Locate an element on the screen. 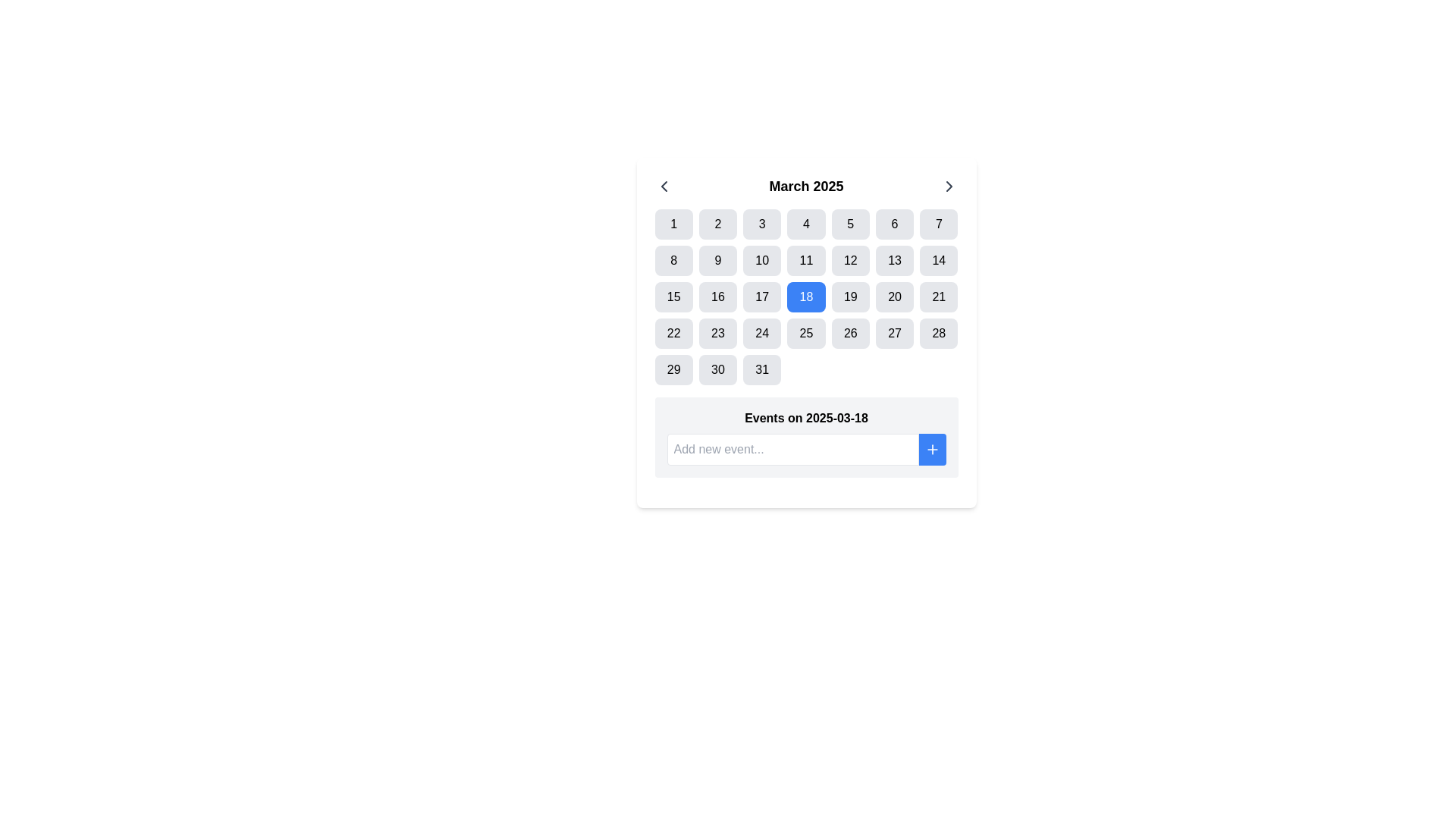  the square button with rounded corners displaying the number '20' in bold black font is located at coordinates (895, 297).